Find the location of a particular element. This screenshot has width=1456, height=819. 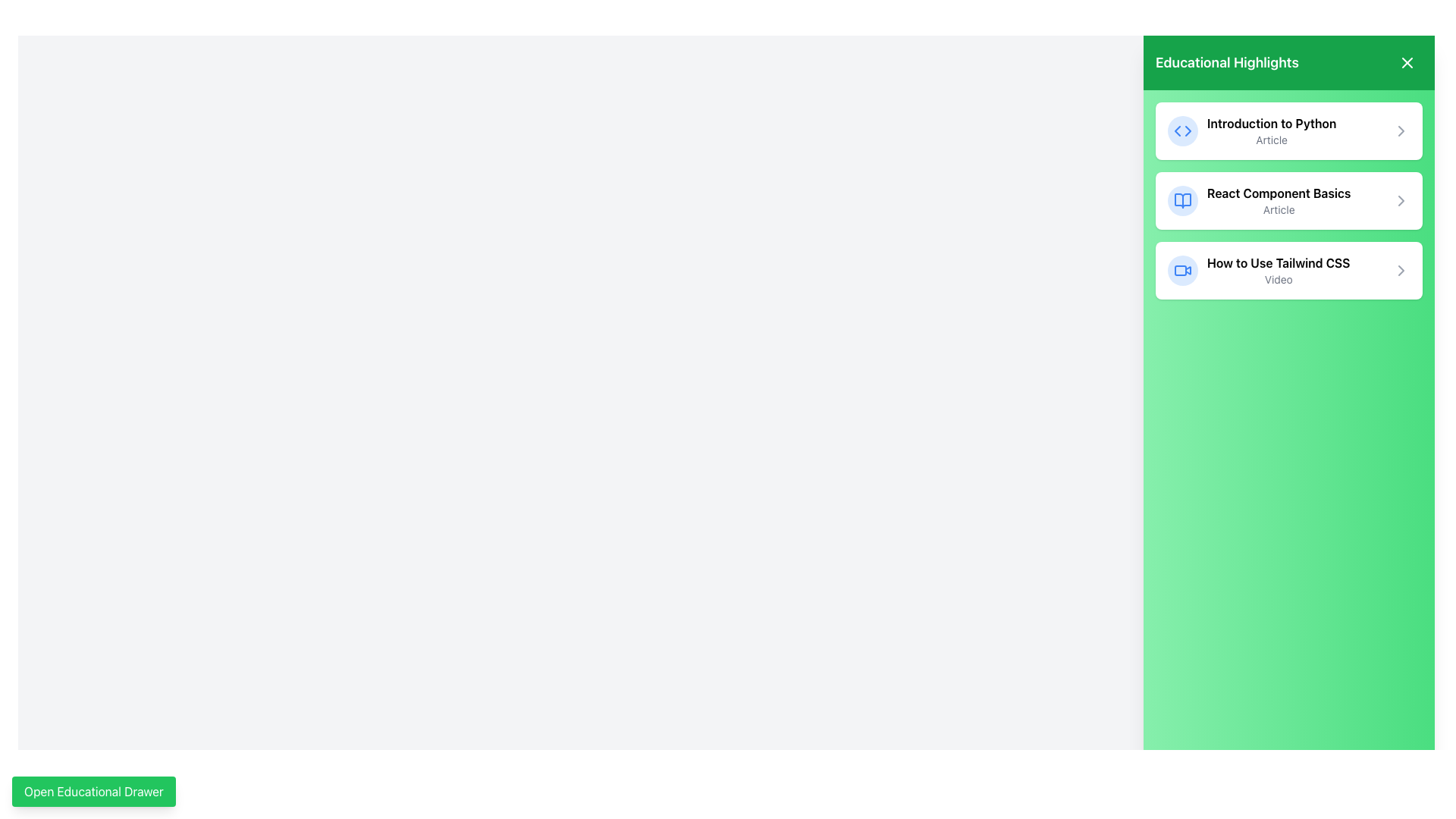

'Educational Highlights' header text, which is a green-colored title styled in white, bold font, located near the upper-left corner of the sidebar is located at coordinates (1227, 62).